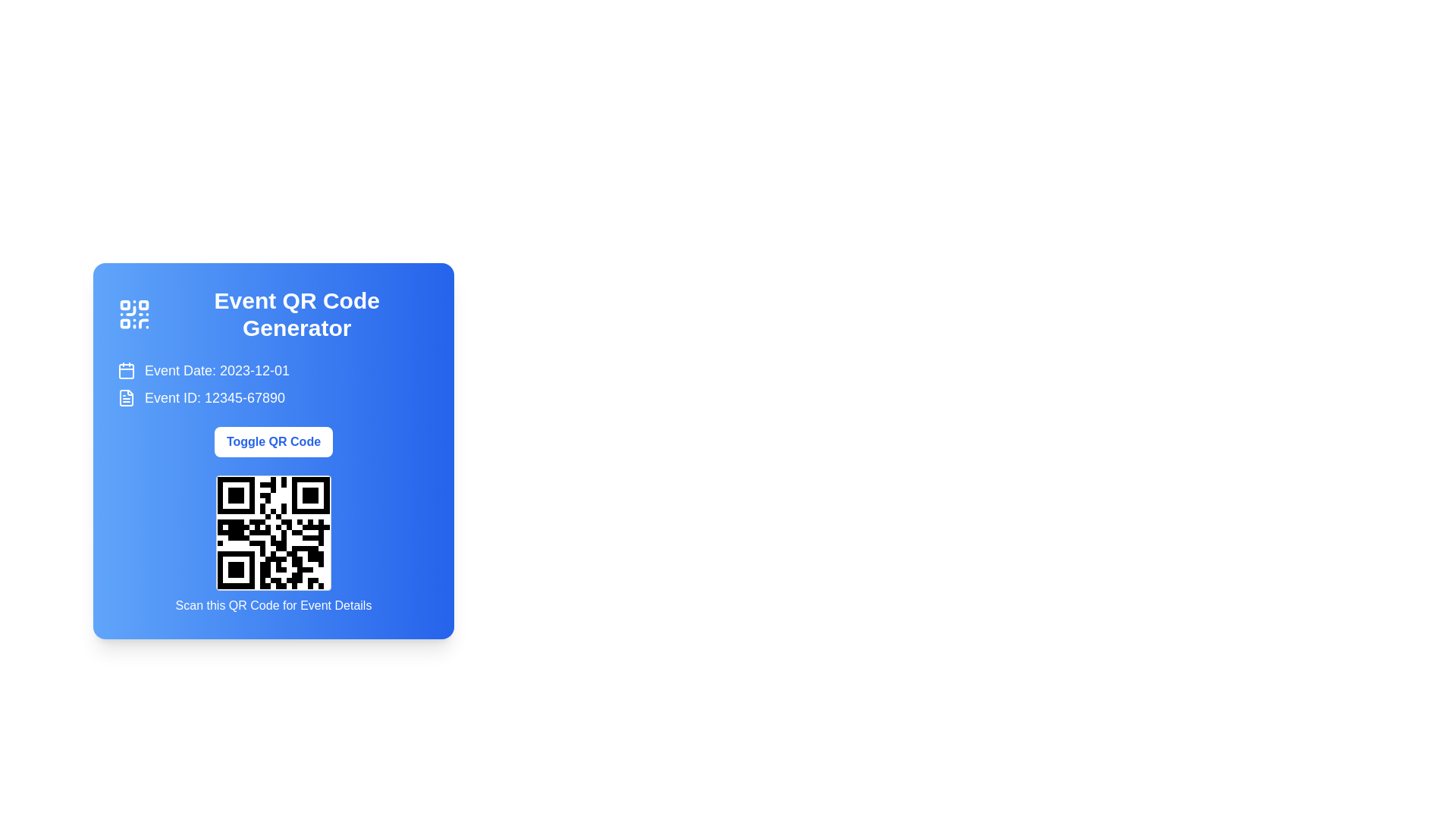  What do you see at coordinates (202, 371) in the screenshot?
I see `the date label with an icon that displays the event date, located at the top-left of the bordered card structure, above the 'Event ID: 12345-67890' section` at bounding box center [202, 371].